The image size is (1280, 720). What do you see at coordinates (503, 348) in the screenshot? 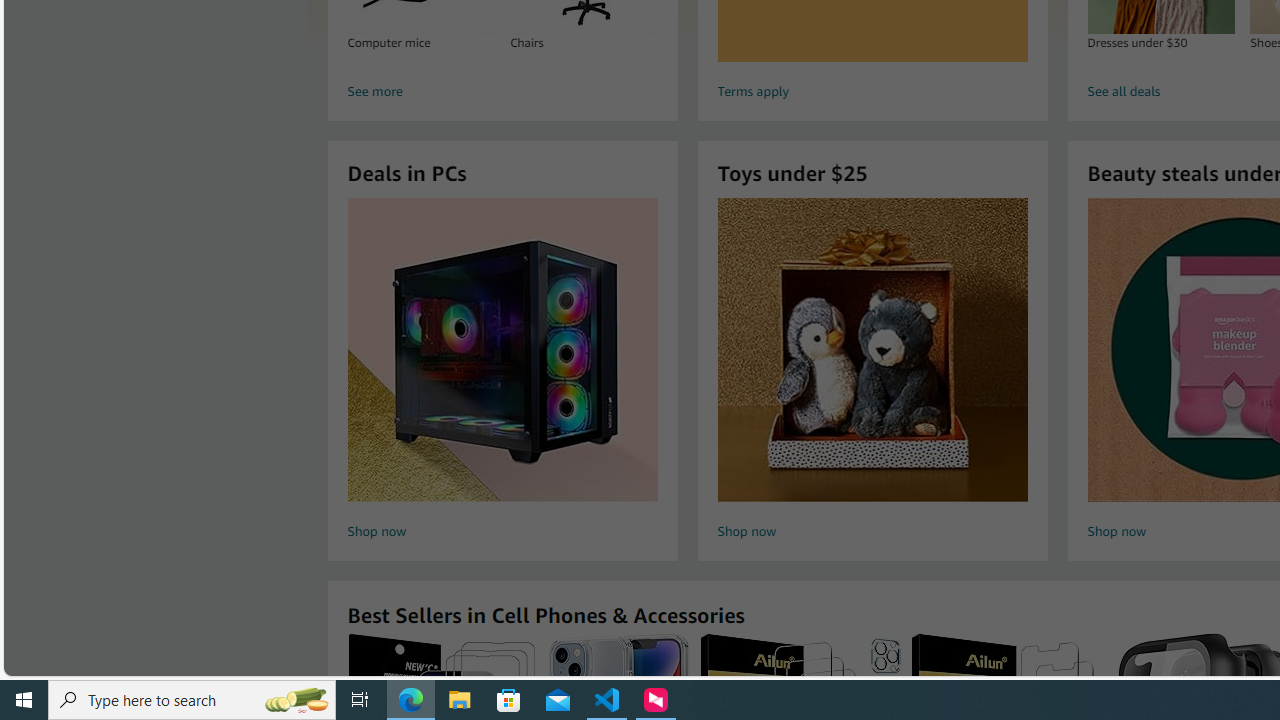
I see `'Deals in PCs'` at bounding box center [503, 348].